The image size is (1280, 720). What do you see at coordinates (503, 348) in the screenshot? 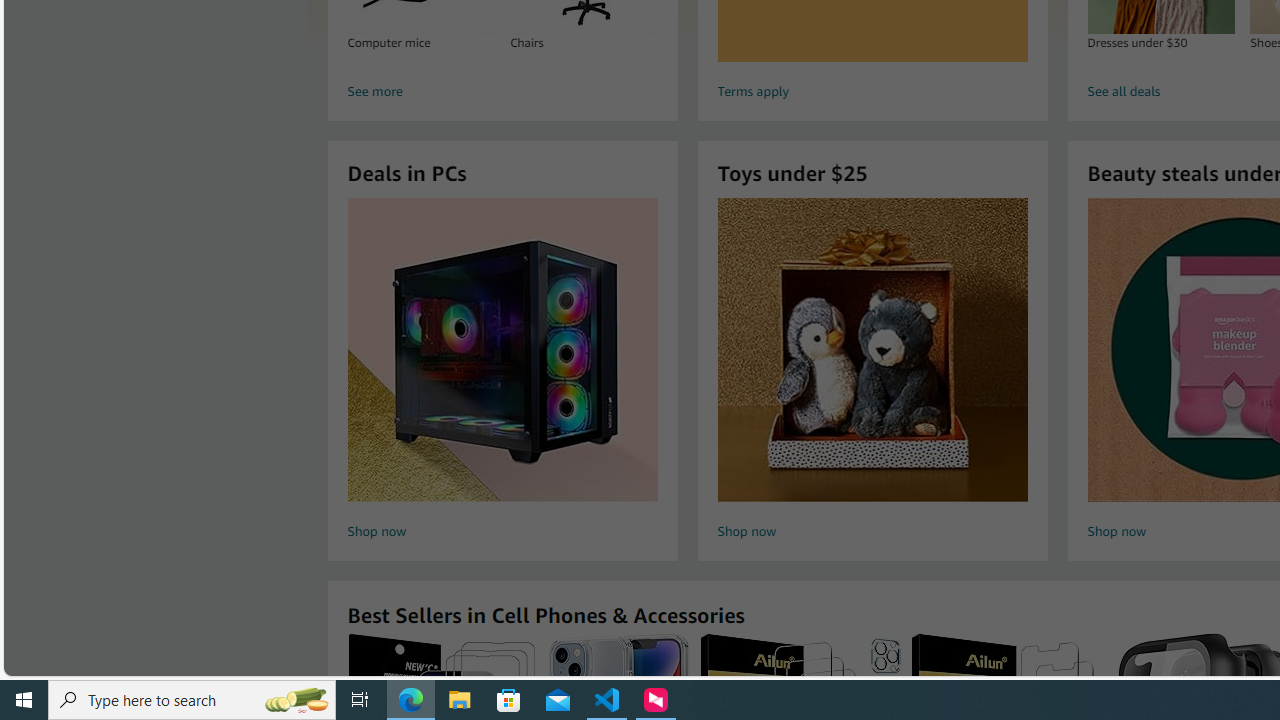
I see `'Deals in PCs'` at bounding box center [503, 348].